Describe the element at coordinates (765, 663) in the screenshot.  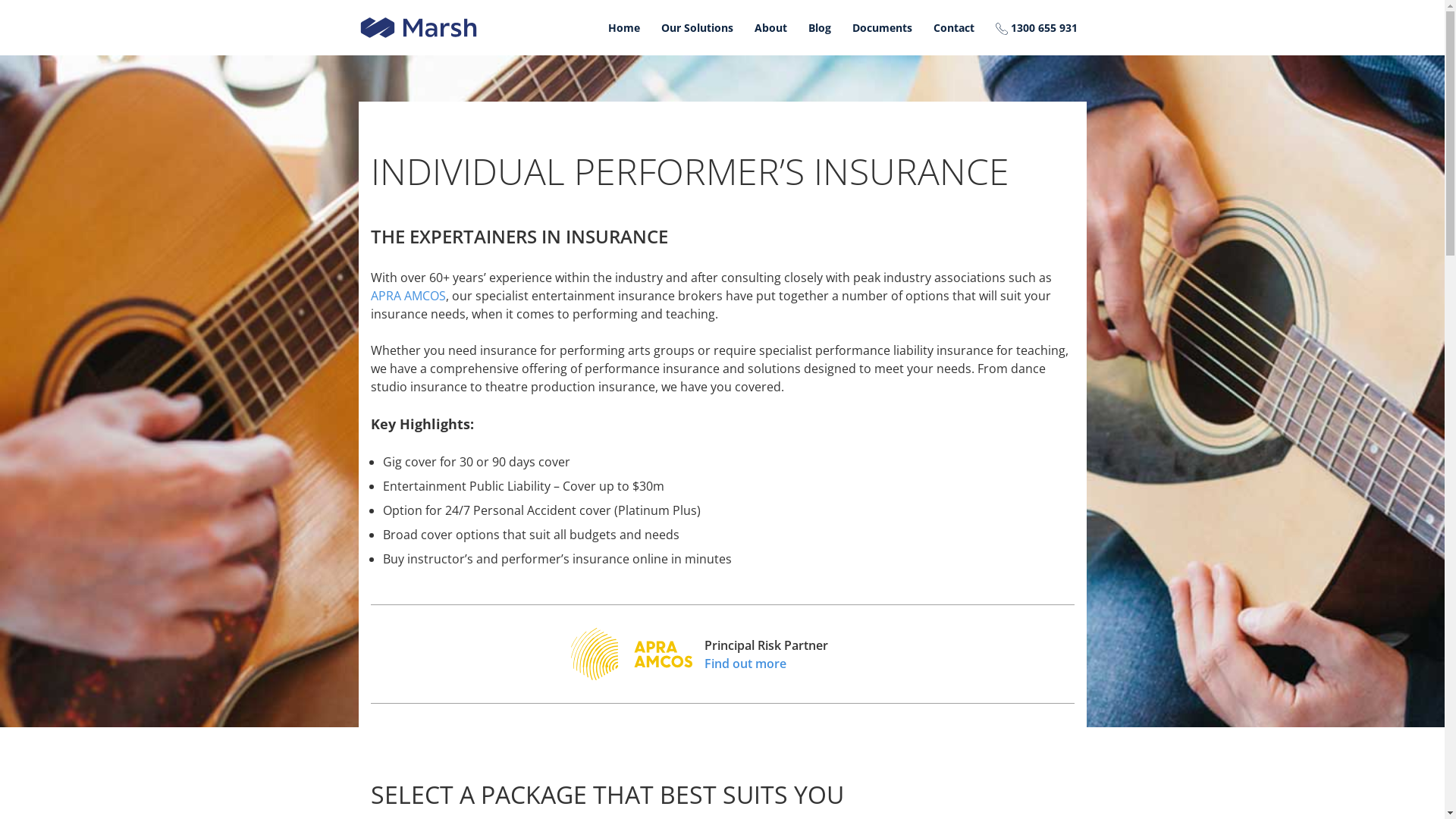
I see `'Find out more'` at that location.